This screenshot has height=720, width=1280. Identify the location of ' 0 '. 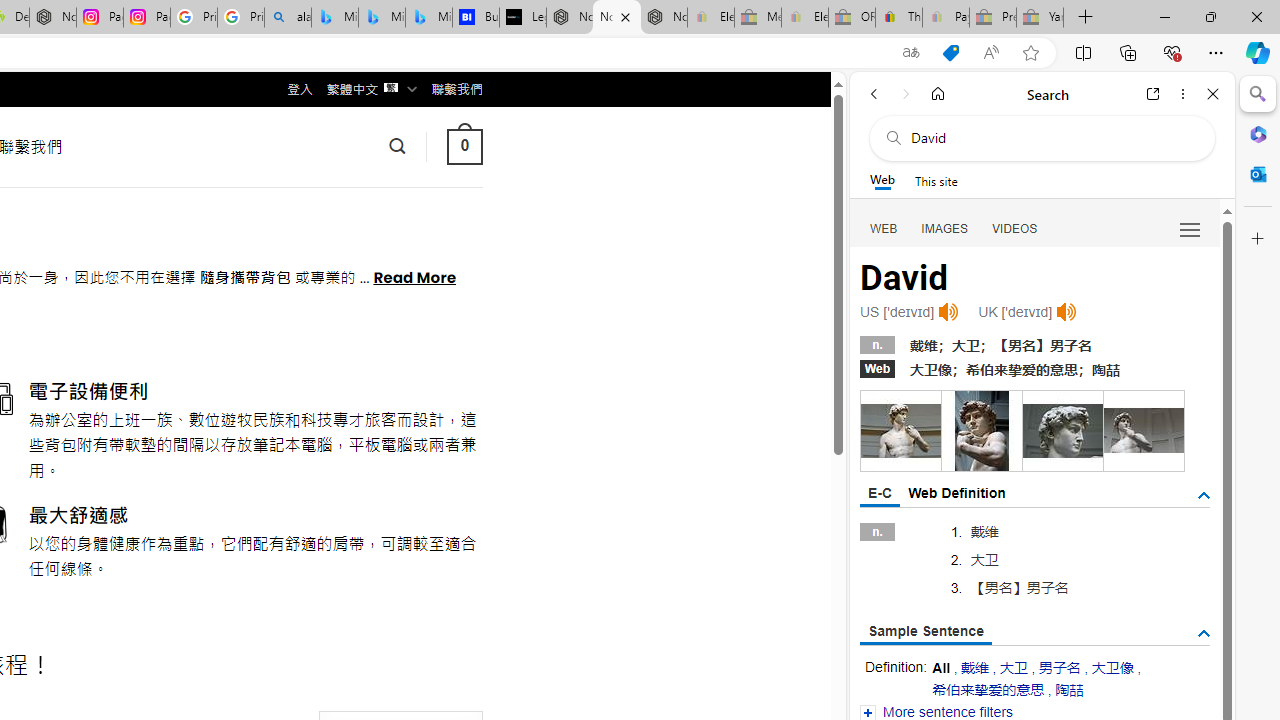
(463, 145).